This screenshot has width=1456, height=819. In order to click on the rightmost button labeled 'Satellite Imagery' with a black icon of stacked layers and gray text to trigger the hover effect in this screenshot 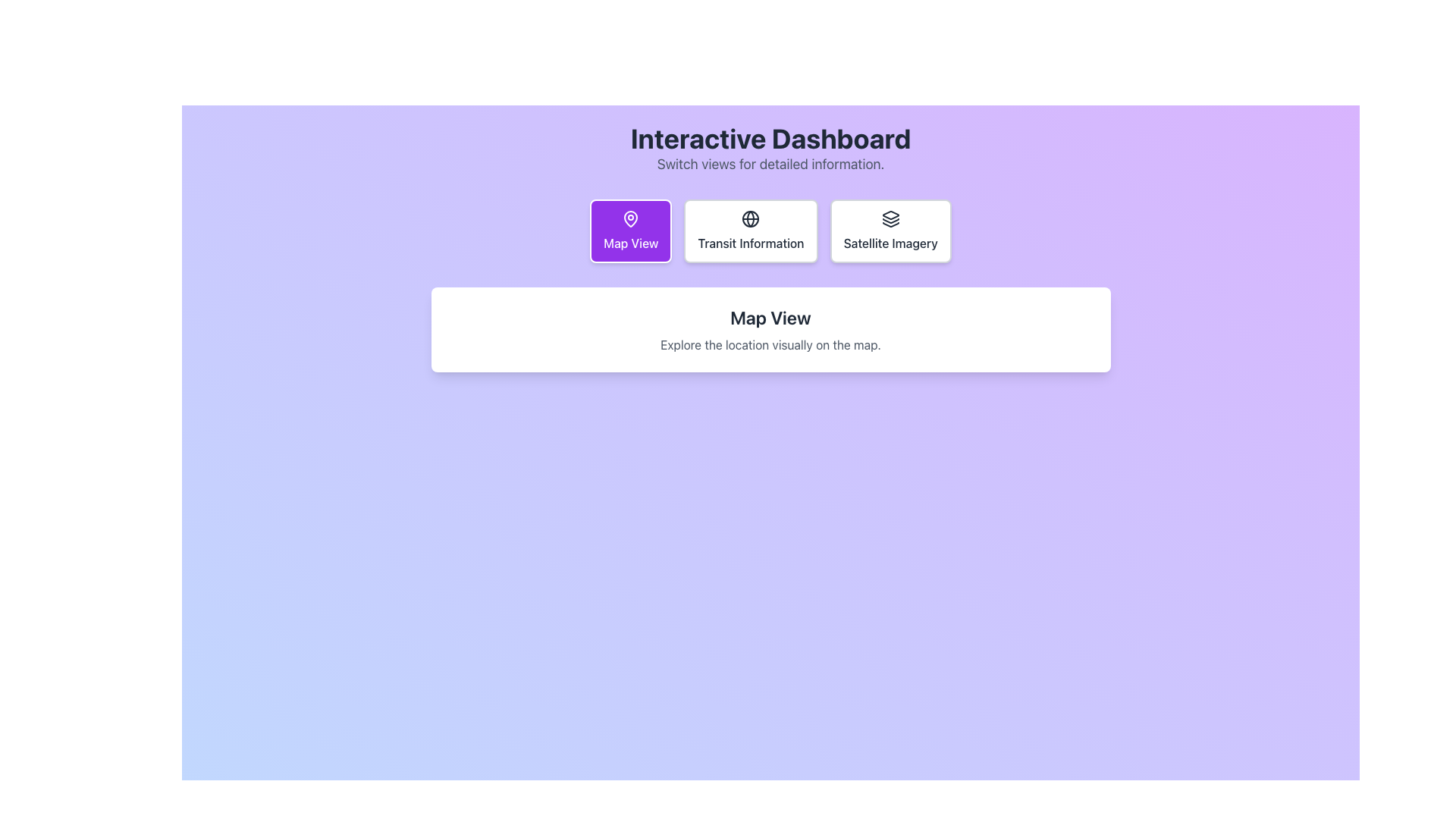, I will do `click(890, 231)`.